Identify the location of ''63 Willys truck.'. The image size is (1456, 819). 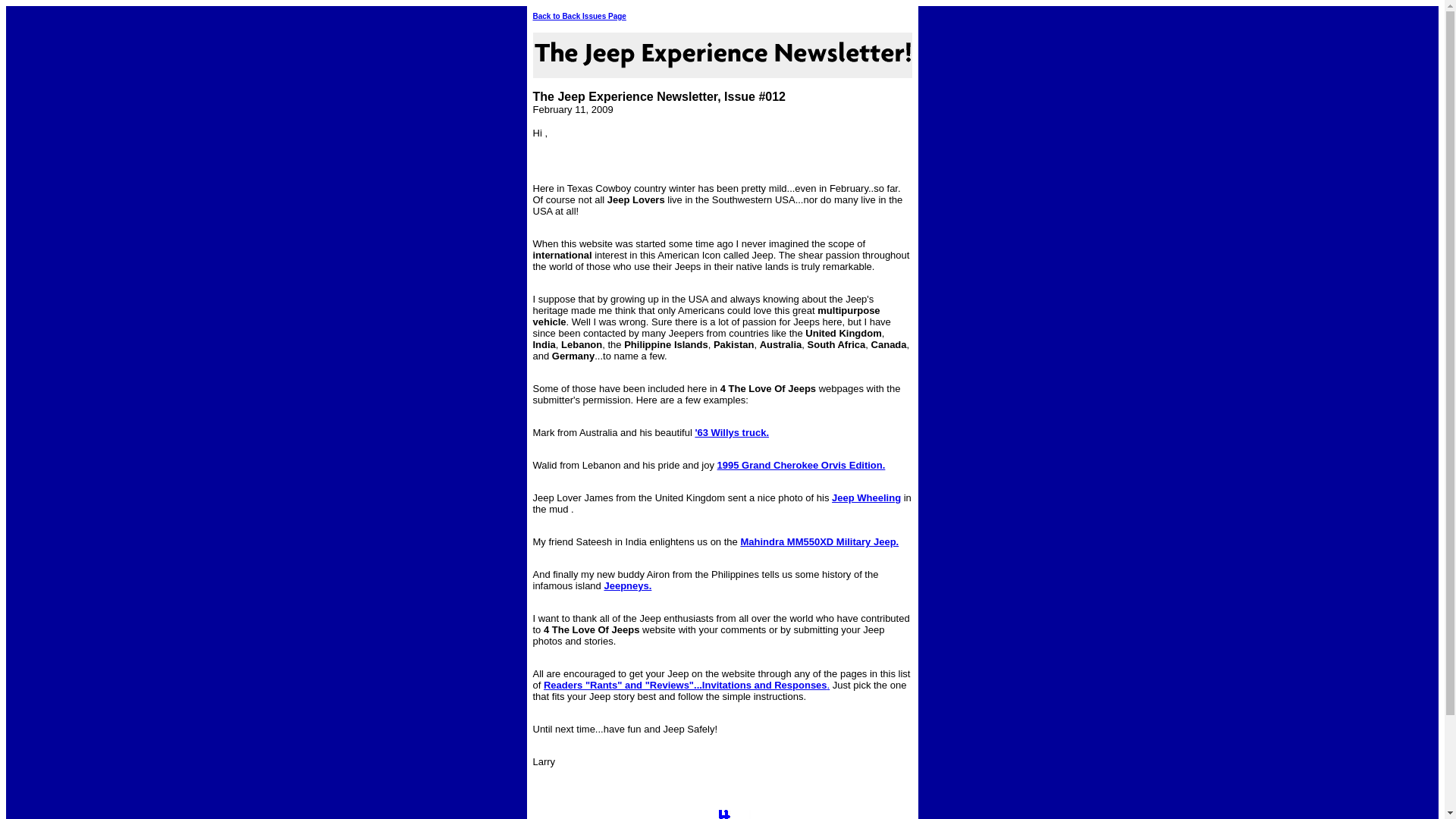
(731, 432).